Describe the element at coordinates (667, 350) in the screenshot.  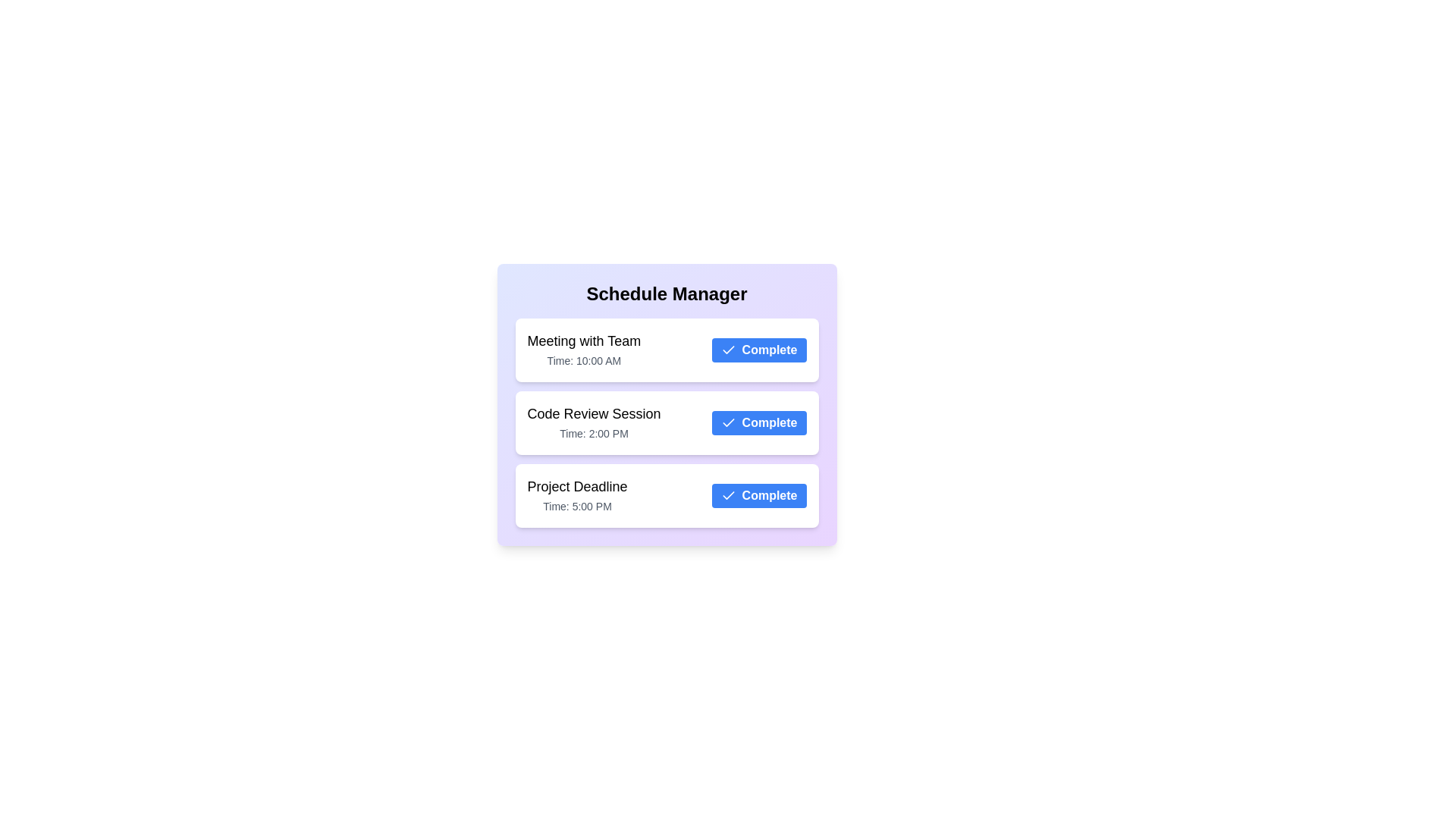
I see `the task item Meeting with Team in the ScheduleManager component` at that location.